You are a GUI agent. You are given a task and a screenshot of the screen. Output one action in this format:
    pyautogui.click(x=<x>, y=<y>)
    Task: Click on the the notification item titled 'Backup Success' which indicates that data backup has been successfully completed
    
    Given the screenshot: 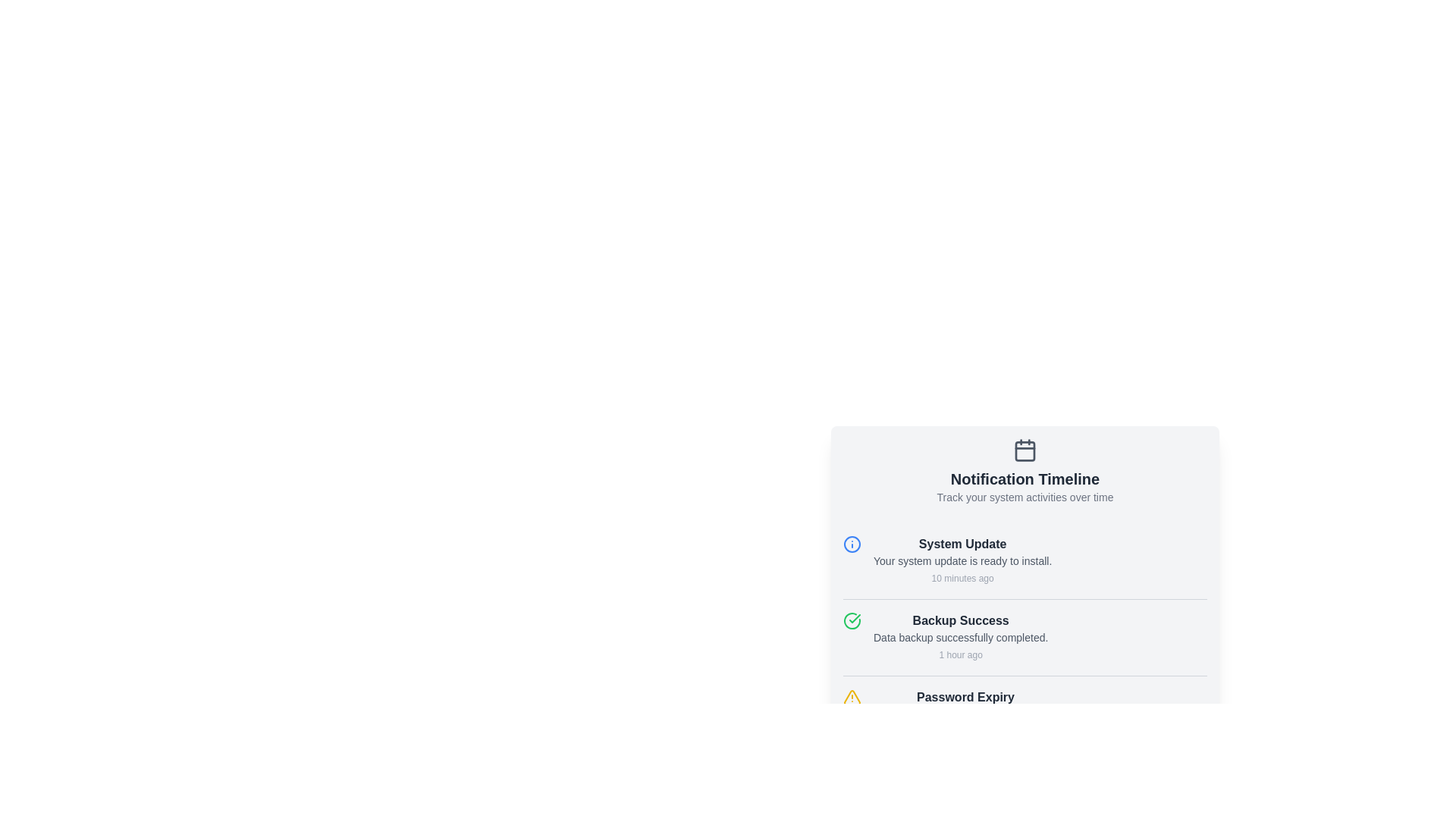 What is the action you would take?
    pyautogui.click(x=1025, y=637)
    